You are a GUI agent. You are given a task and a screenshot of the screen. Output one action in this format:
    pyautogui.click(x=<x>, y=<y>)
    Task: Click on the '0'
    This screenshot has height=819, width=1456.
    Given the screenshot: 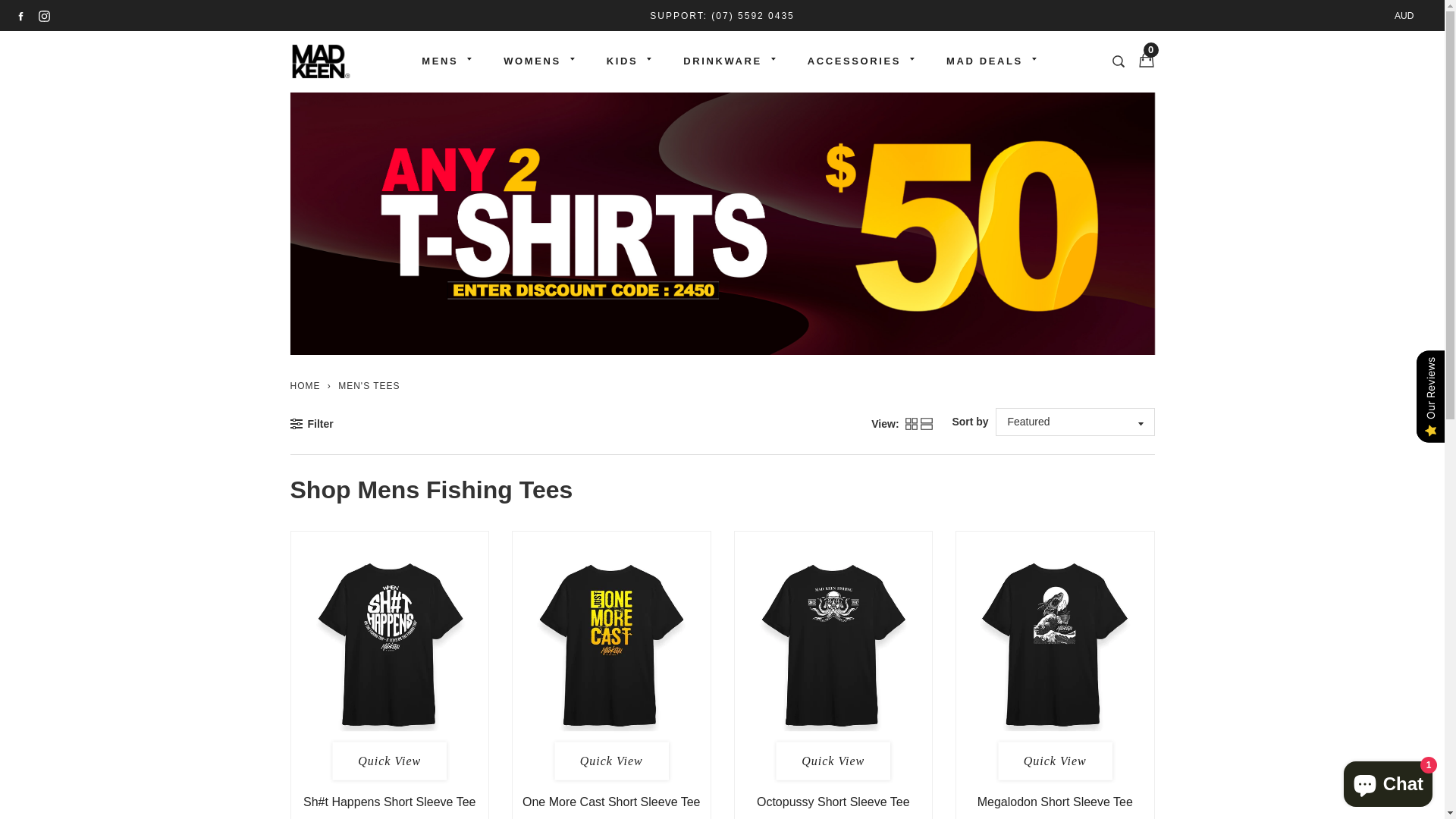 What is the action you would take?
    pyautogui.click(x=1143, y=60)
    